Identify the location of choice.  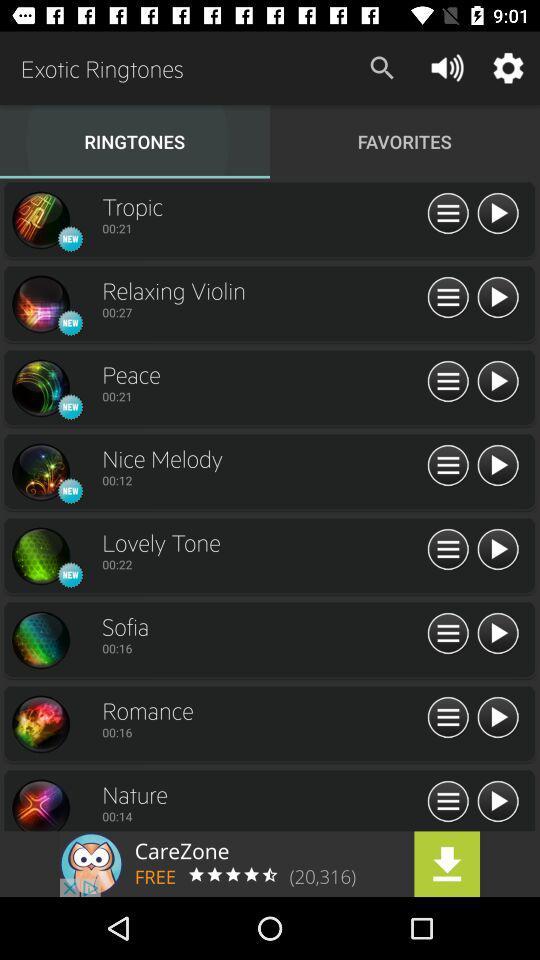
(40, 639).